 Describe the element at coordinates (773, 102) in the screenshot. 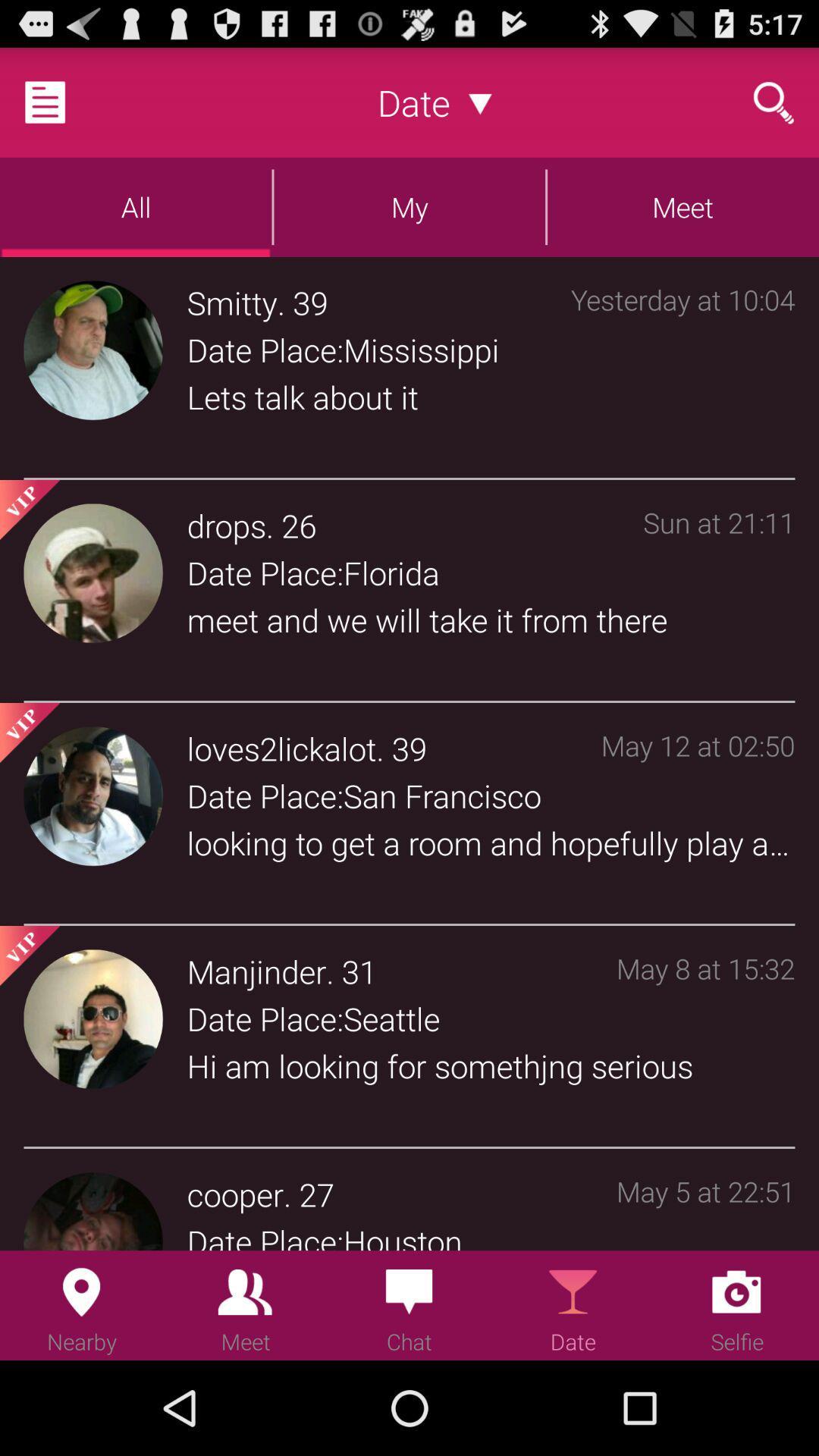

I see `type a search term` at that location.